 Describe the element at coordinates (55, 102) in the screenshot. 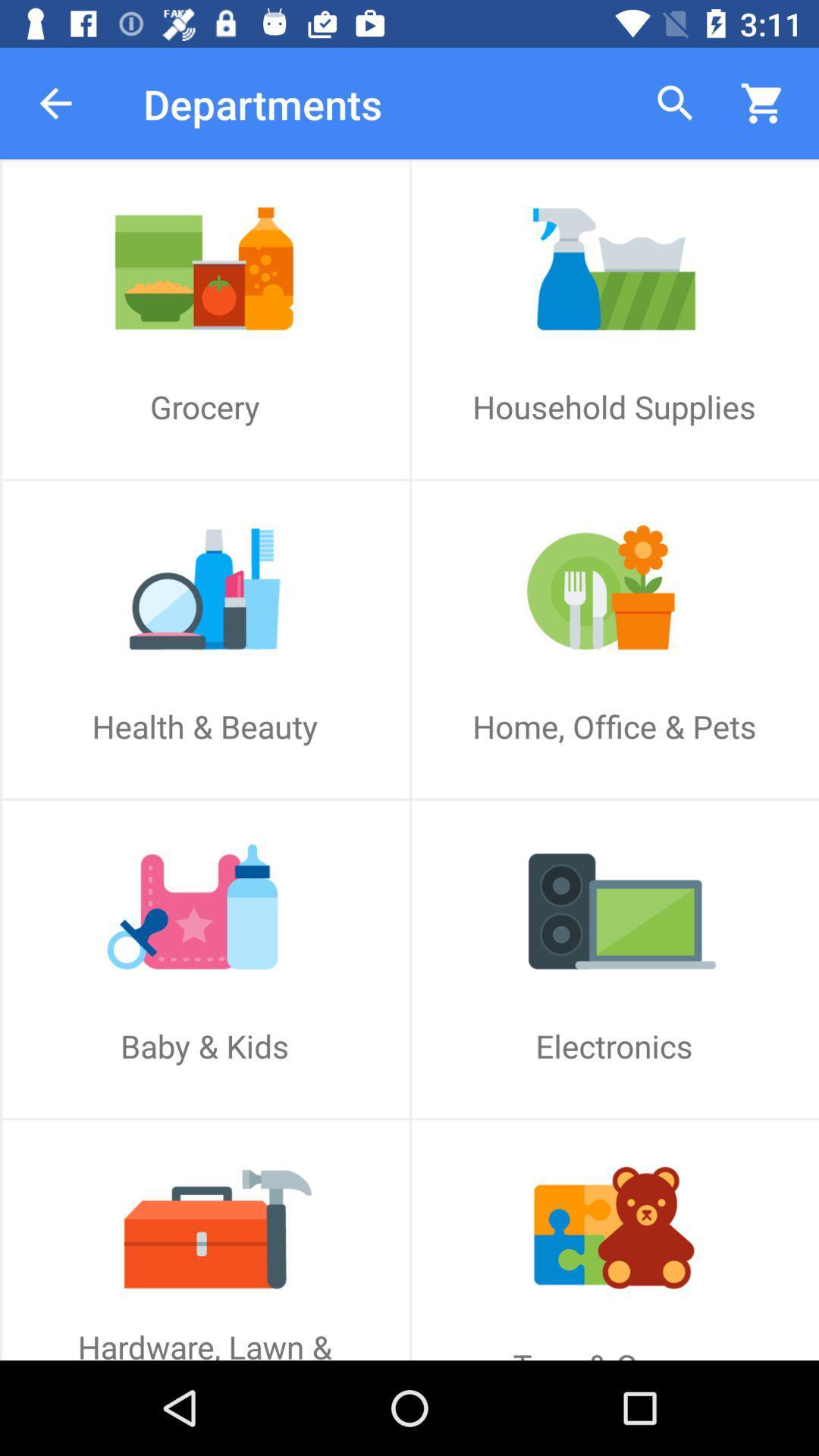

I see `item next to the departments app` at that location.